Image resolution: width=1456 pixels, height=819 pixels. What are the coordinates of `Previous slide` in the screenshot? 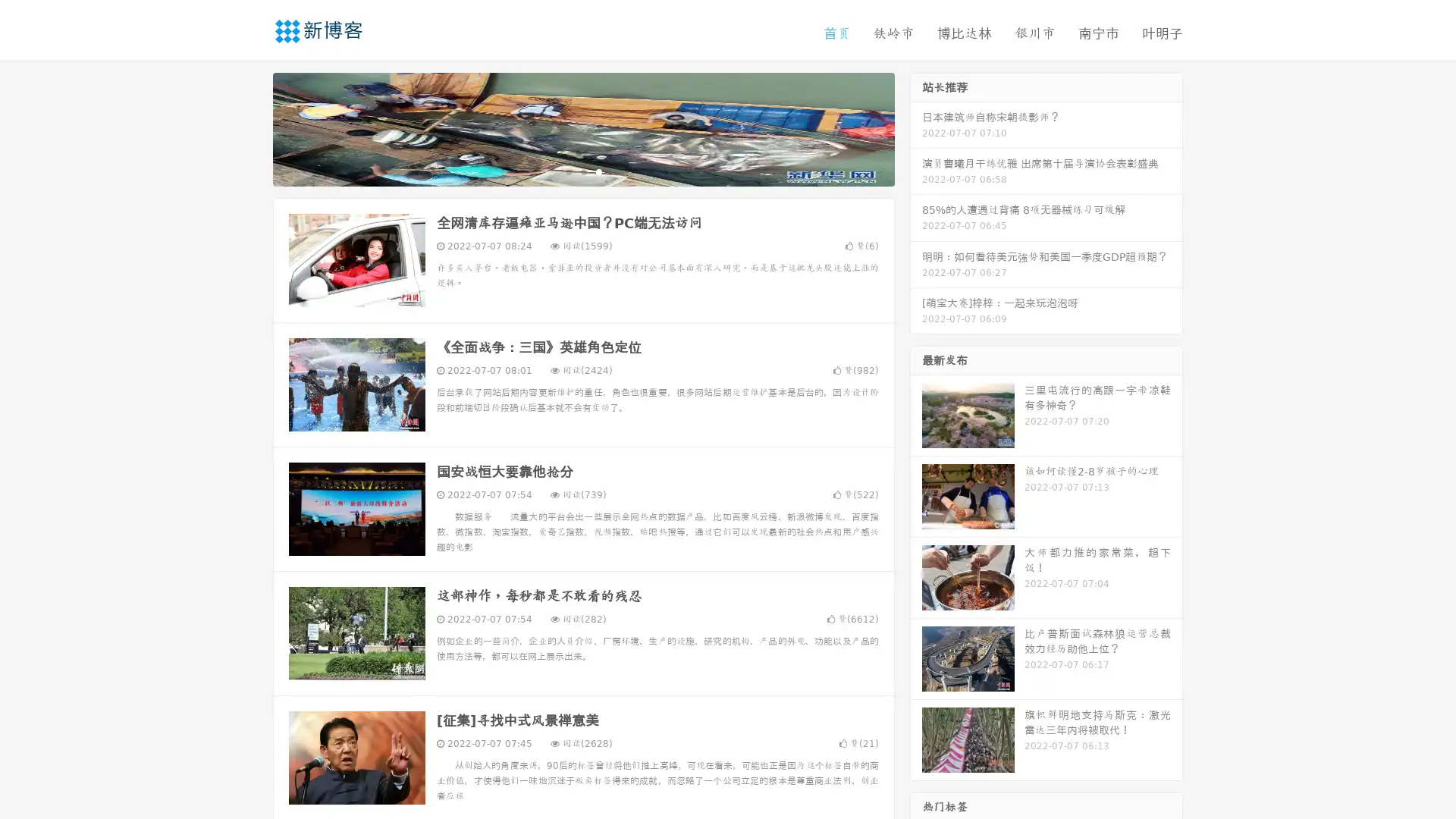 It's located at (250, 127).